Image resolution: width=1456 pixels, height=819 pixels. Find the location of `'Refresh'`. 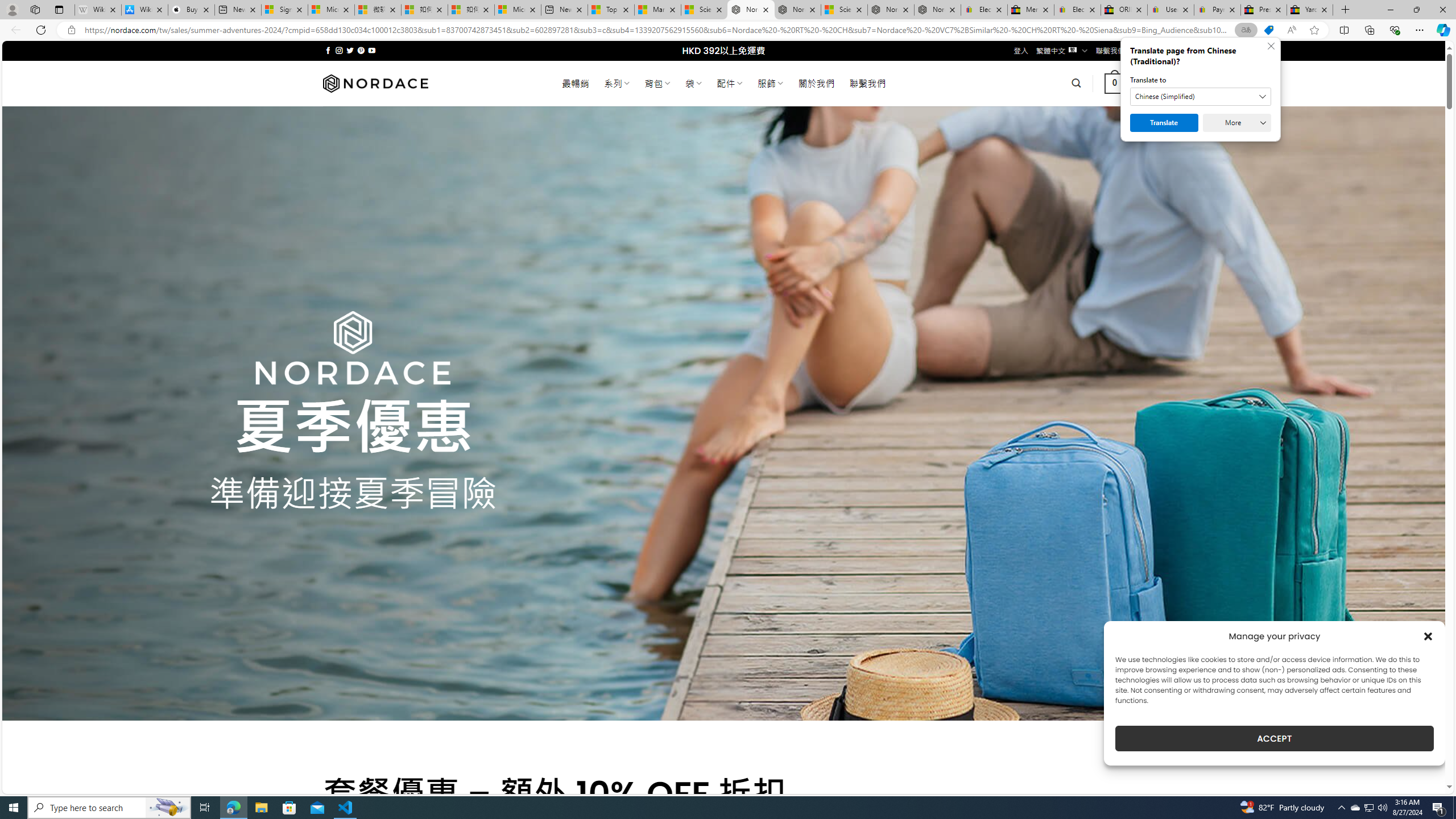

'Refresh' is located at coordinates (40, 29).